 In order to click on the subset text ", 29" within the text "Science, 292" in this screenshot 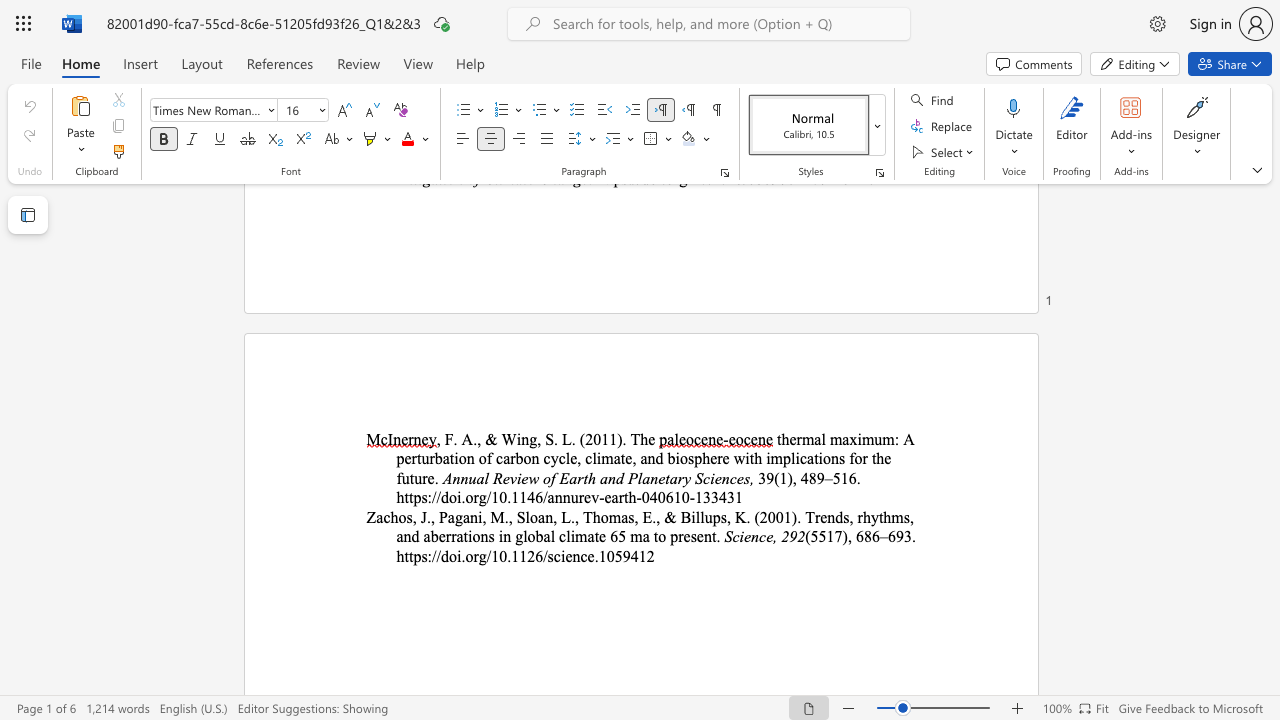, I will do `click(772, 535)`.